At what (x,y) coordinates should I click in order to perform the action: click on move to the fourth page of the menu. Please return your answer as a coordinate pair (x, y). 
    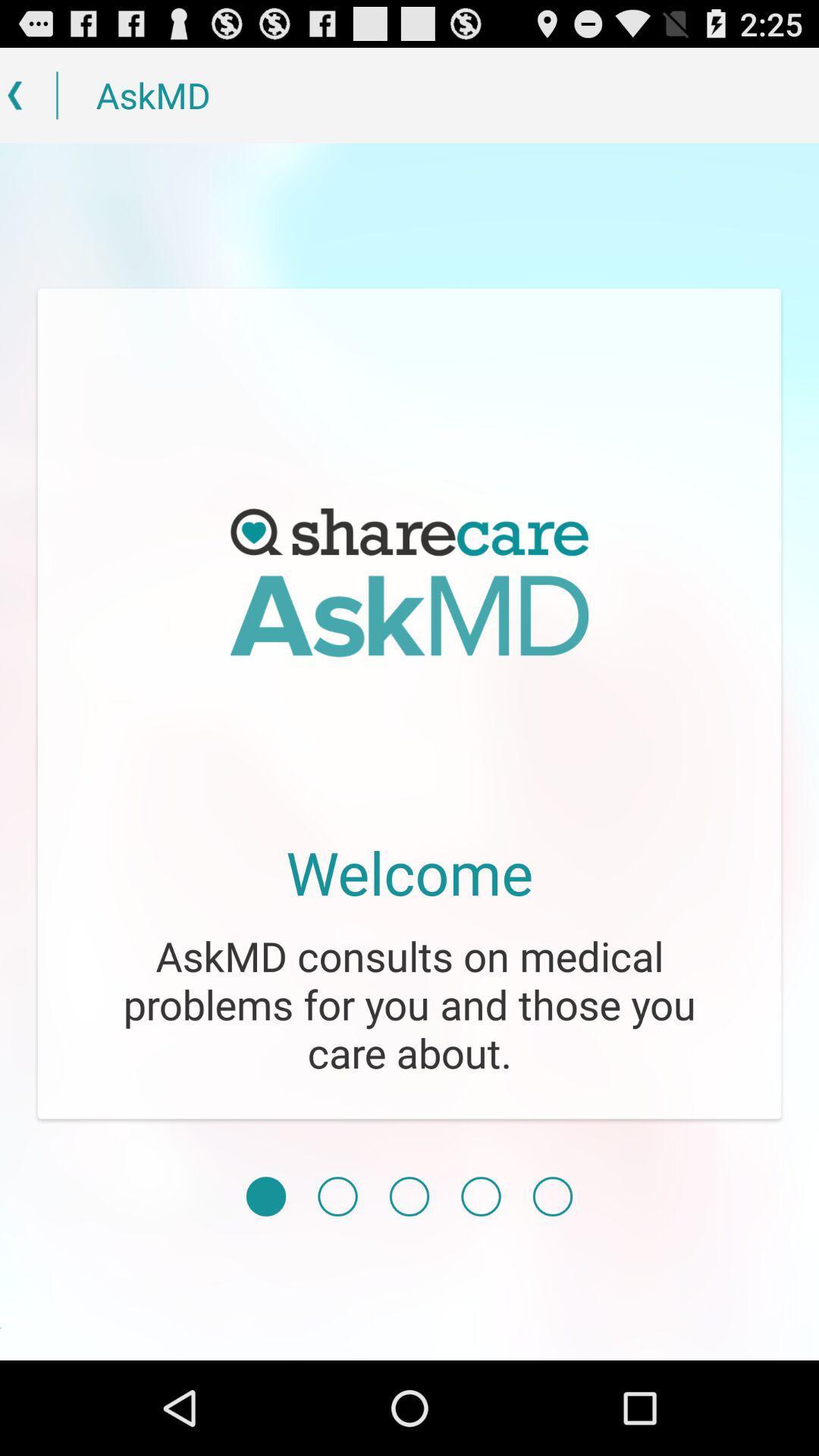
    Looking at the image, I should click on (481, 1196).